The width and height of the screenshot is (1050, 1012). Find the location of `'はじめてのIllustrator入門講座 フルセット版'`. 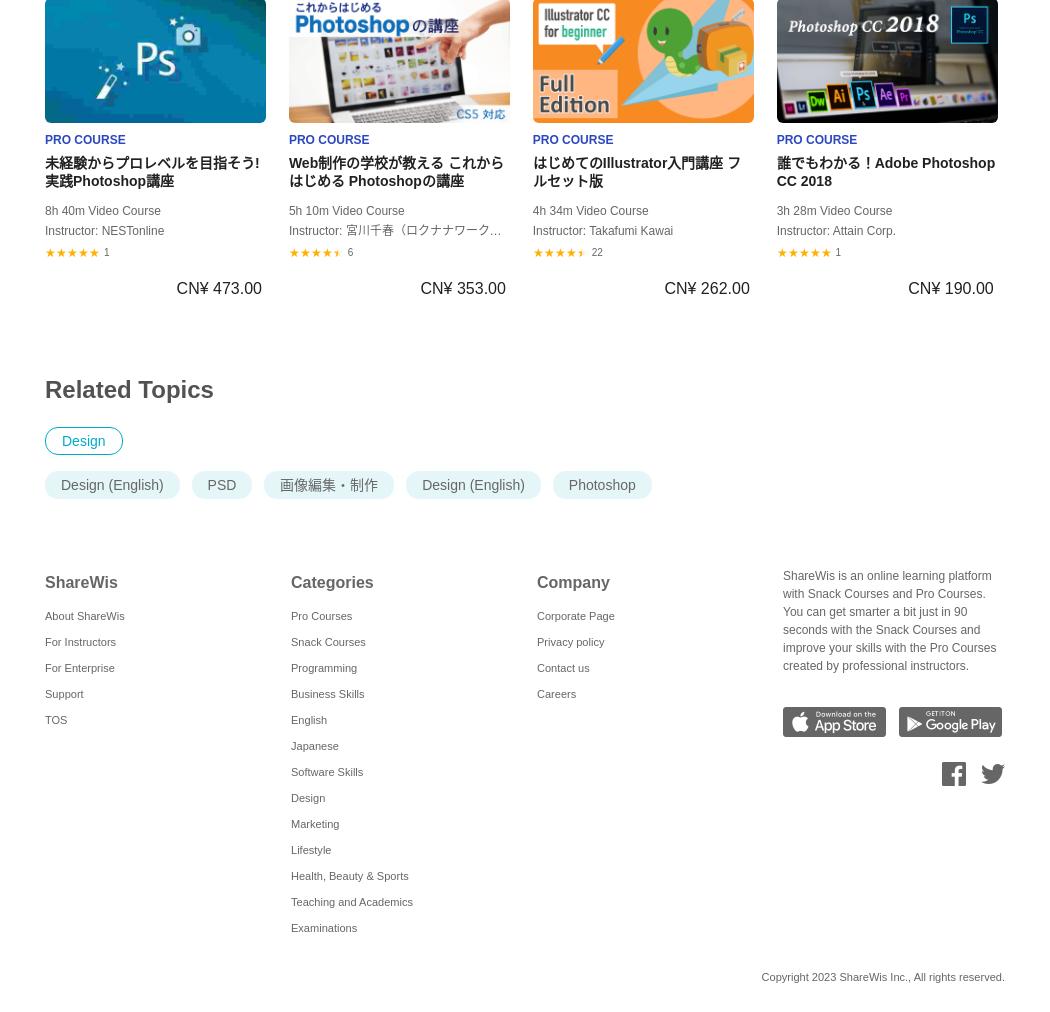

'はじめてのIllustrator入門講座 フルセット版' is located at coordinates (636, 171).